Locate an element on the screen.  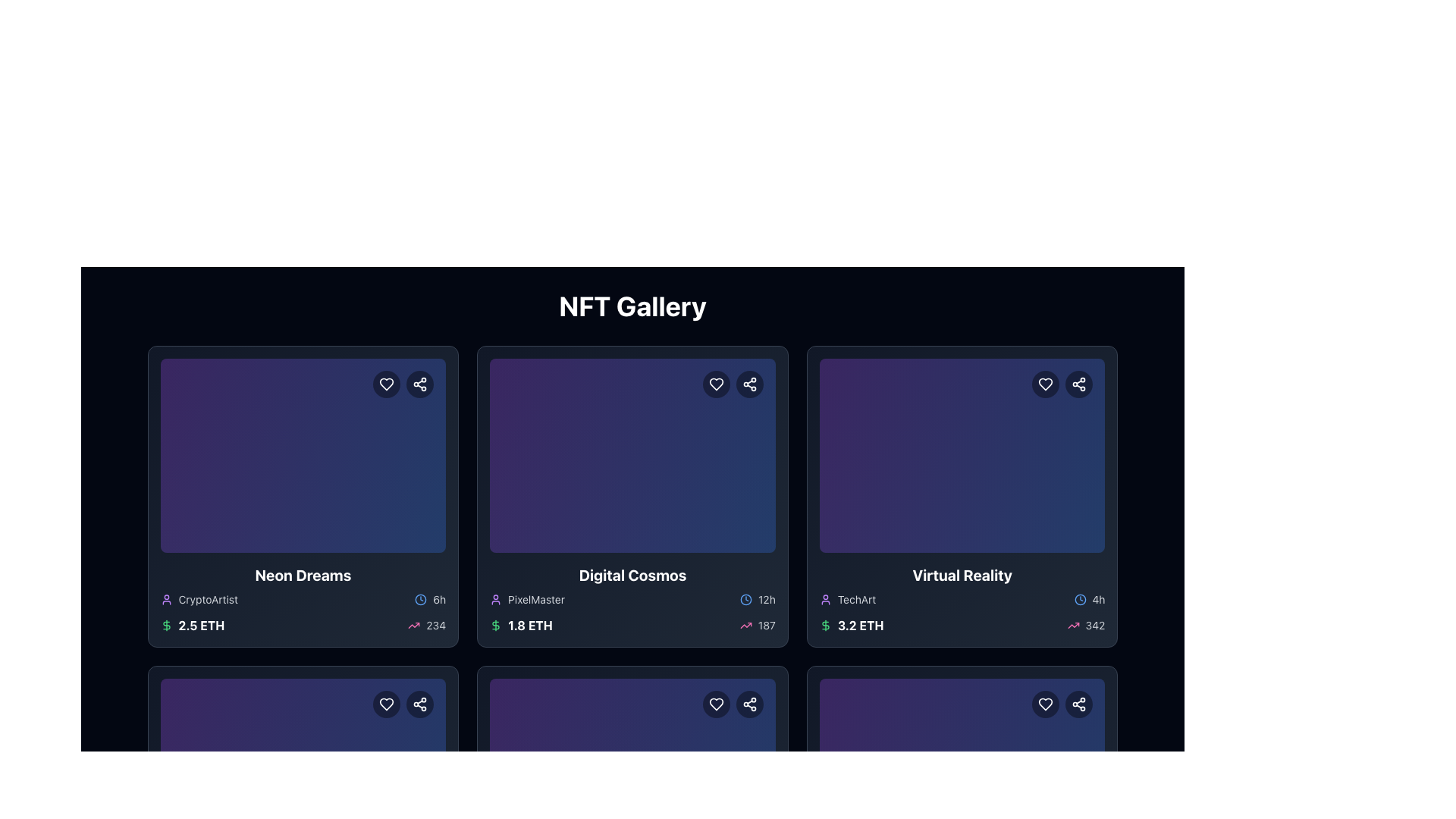
the styling of the clock icon located in the bottom section of the 'Neon Dreams' card, which features a circular design with a blue outline and a clock hand structure inside is located at coordinates (421, 598).